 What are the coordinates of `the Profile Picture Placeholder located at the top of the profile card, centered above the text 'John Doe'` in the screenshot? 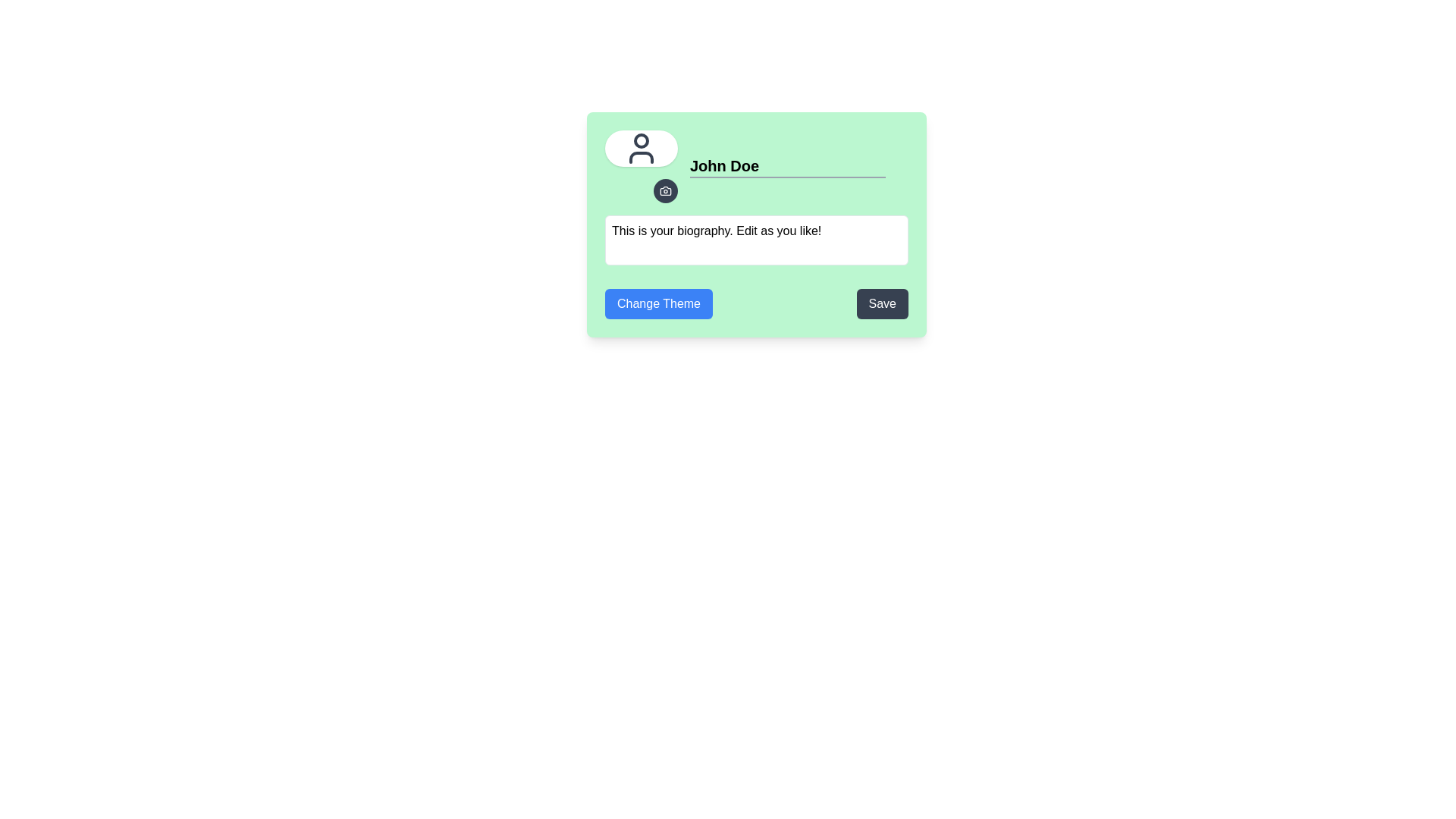 It's located at (641, 149).